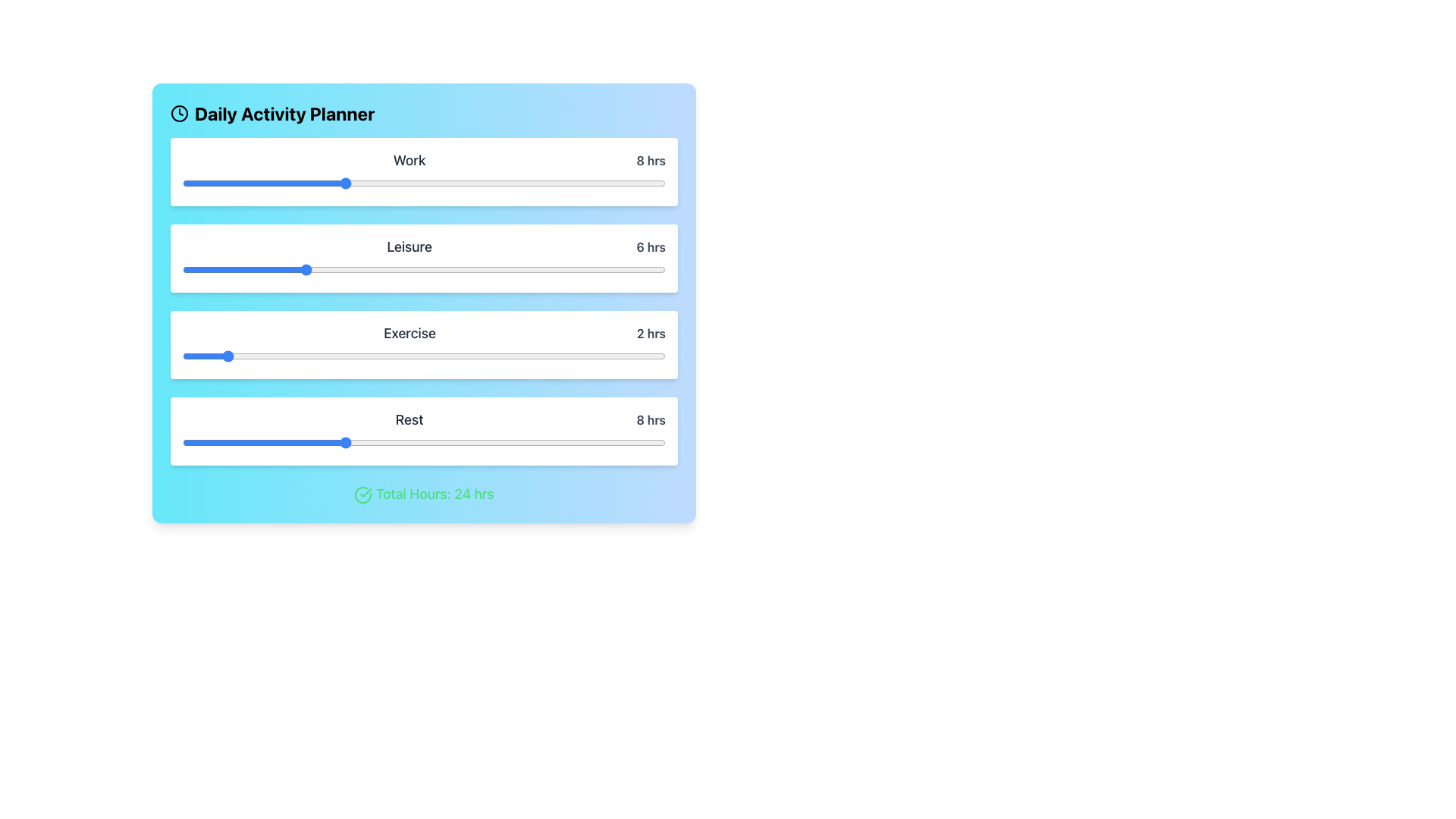 This screenshot has width=1456, height=819. I want to click on the range slider track to move the thumb to a specific position beneath the 'Work' label and to the left of the '8 hrs' text, so click(424, 183).